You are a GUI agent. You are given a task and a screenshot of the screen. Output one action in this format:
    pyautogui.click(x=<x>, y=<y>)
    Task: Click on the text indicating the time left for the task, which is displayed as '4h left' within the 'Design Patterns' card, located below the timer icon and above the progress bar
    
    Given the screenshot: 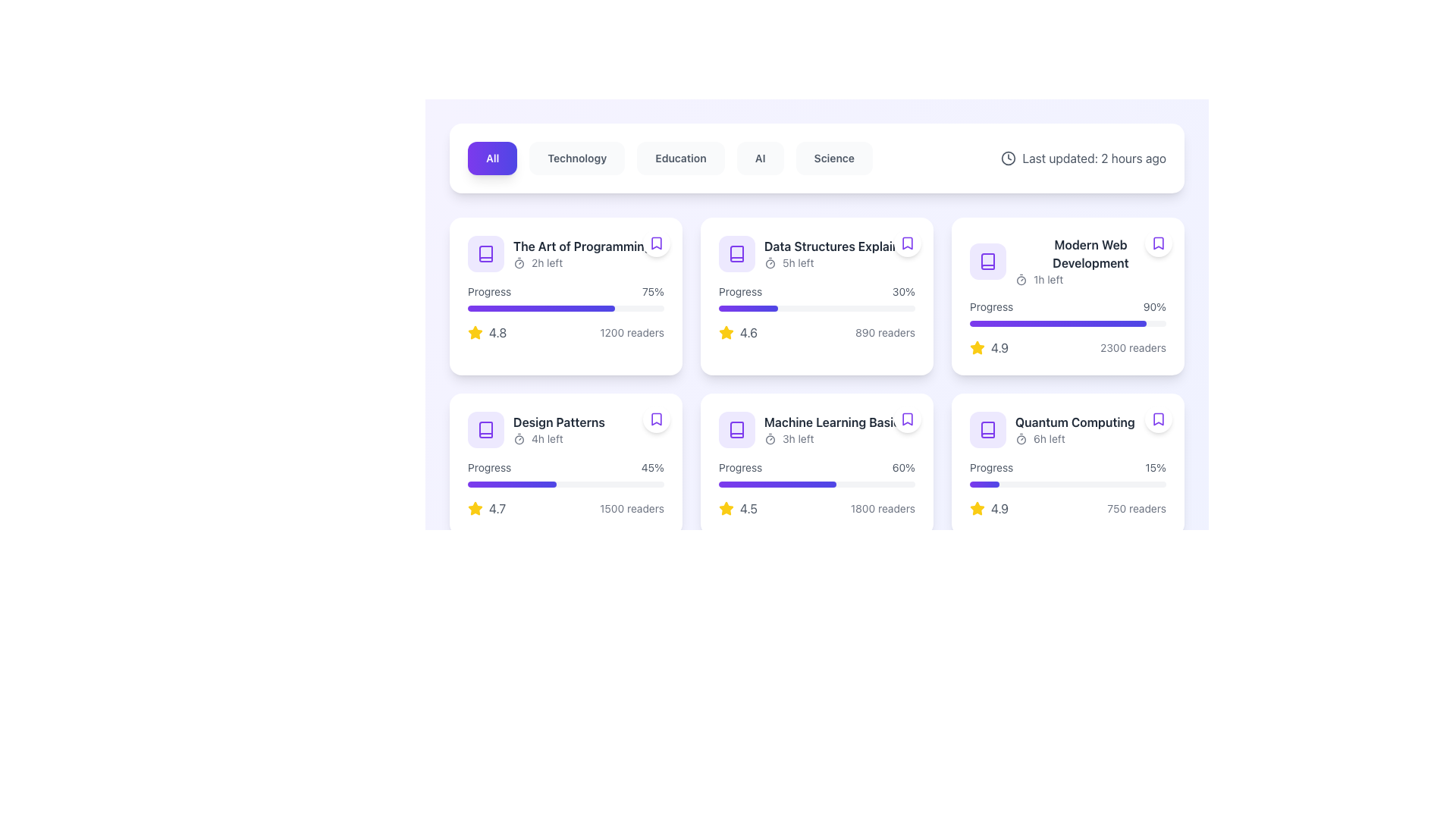 What is the action you would take?
    pyautogui.click(x=558, y=438)
    